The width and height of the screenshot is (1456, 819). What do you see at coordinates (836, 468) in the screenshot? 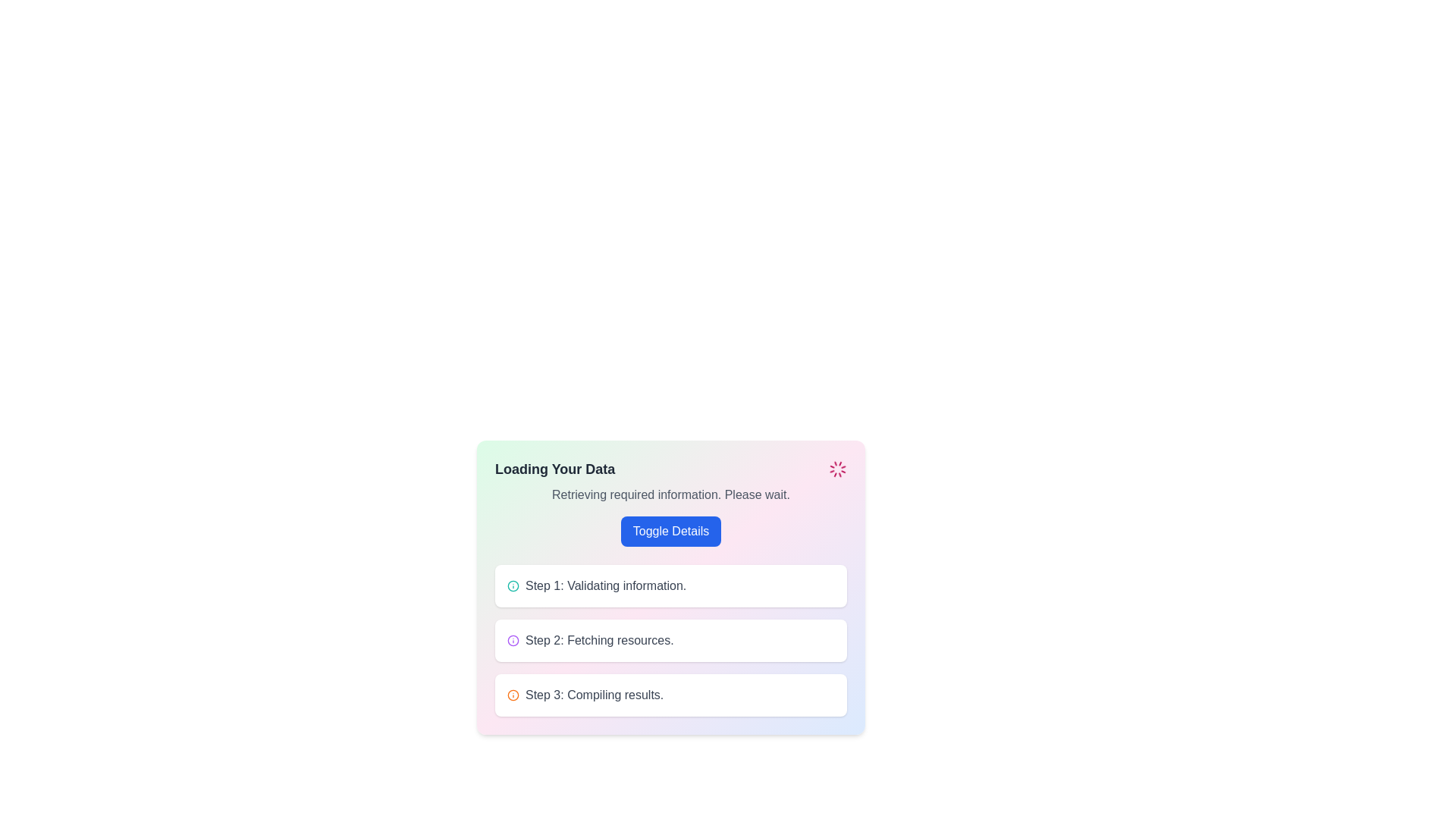
I see `the Loader icon, which is a visual indicator of an ongoing loading process, positioned to the far right of the 'Loading Your Data' box` at bounding box center [836, 468].